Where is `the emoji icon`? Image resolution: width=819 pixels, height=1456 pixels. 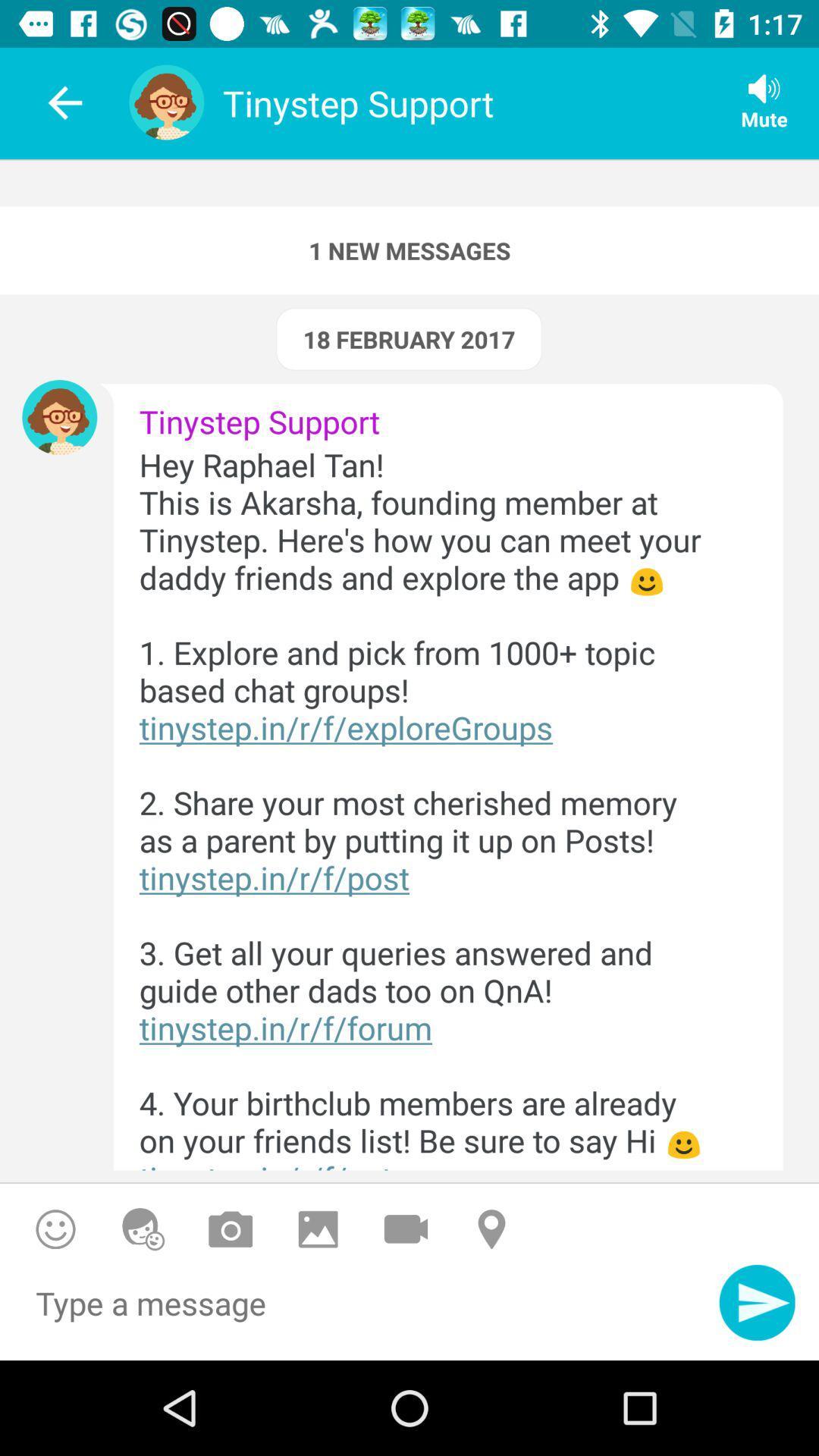 the emoji icon is located at coordinates (55, 1229).